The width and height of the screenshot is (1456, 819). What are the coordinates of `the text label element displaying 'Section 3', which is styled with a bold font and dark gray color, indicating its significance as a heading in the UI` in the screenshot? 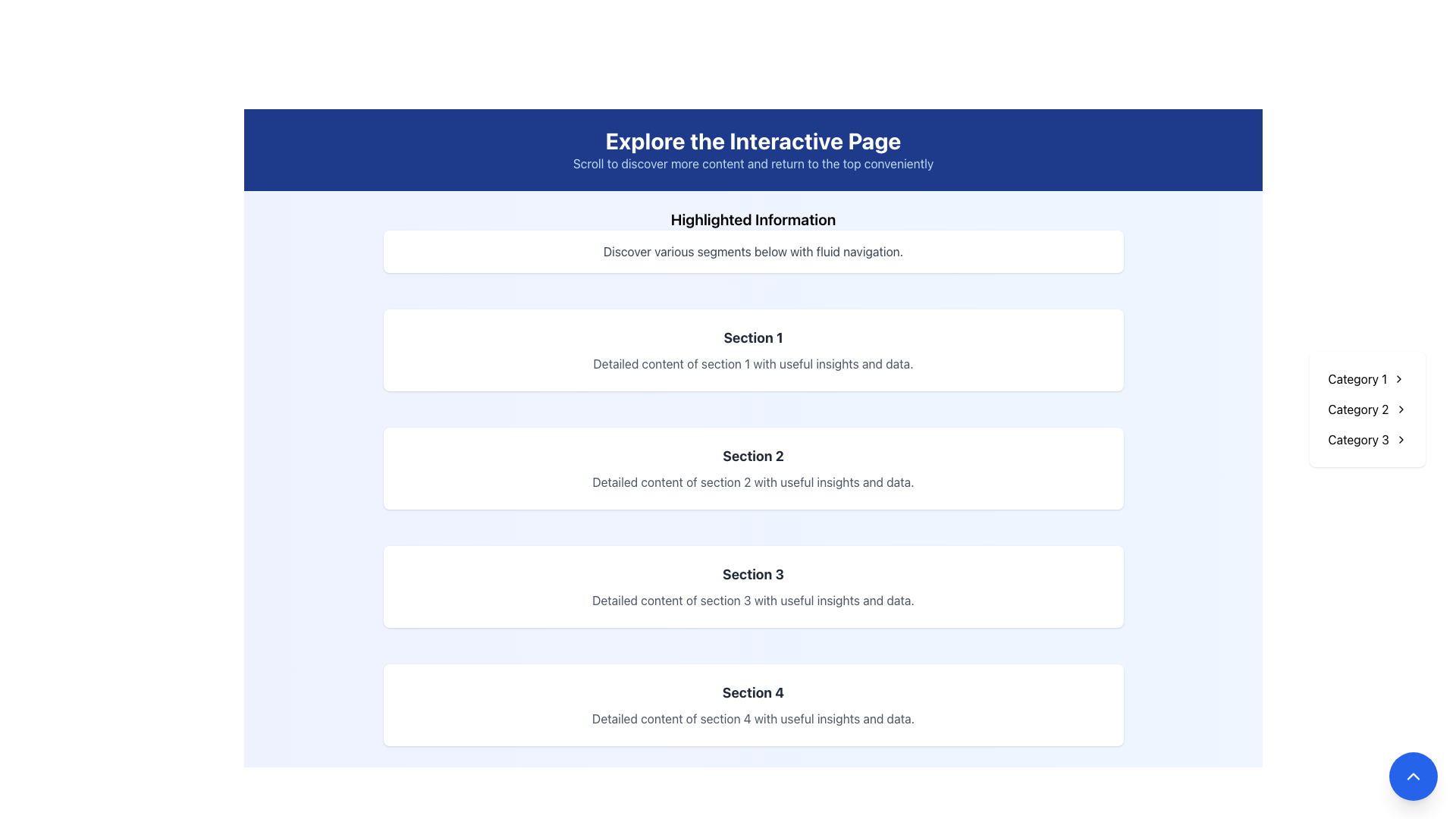 It's located at (753, 575).